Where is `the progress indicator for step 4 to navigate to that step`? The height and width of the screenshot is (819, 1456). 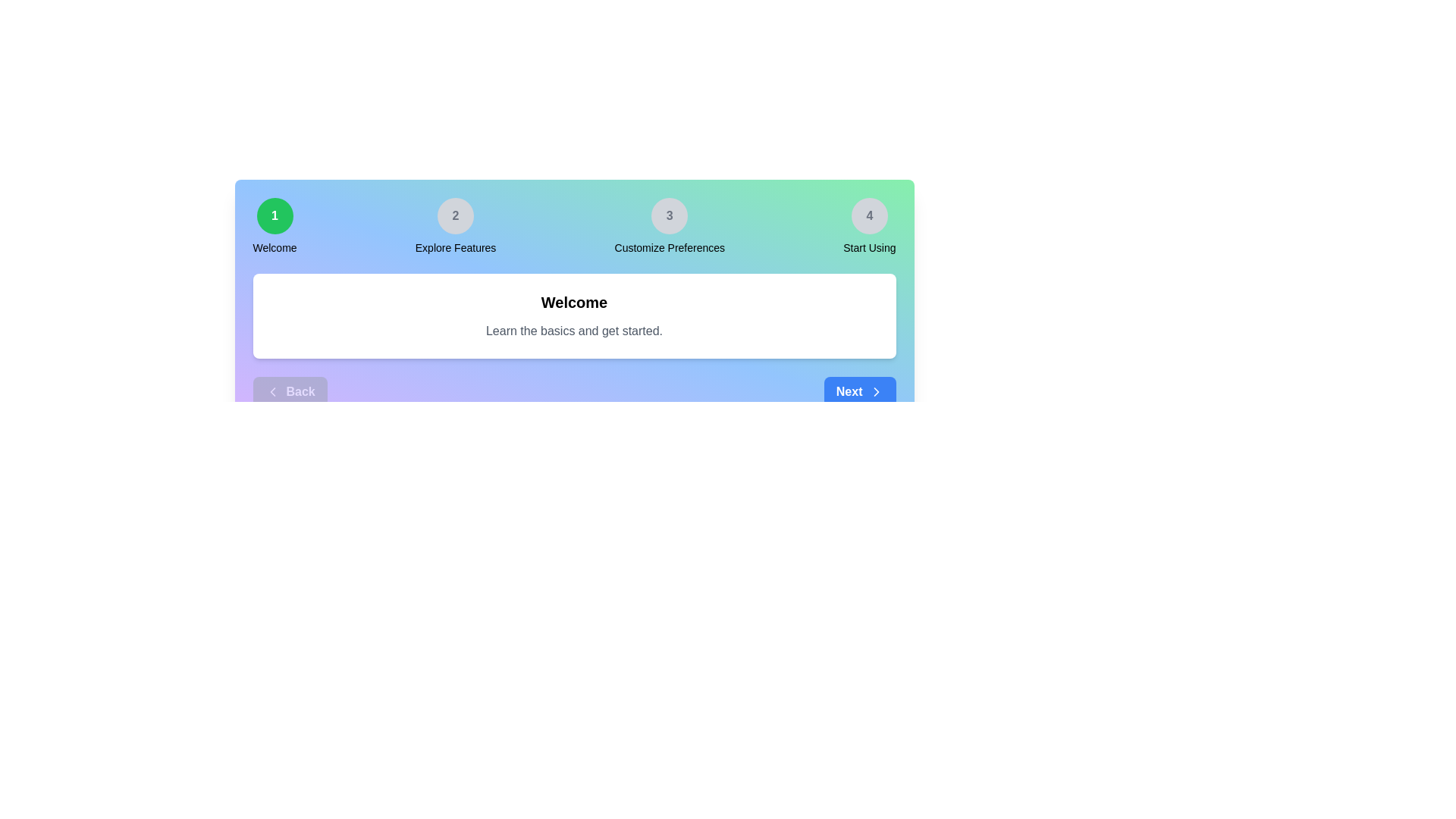 the progress indicator for step 4 to navigate to that step is located at coordinates (869, 216).